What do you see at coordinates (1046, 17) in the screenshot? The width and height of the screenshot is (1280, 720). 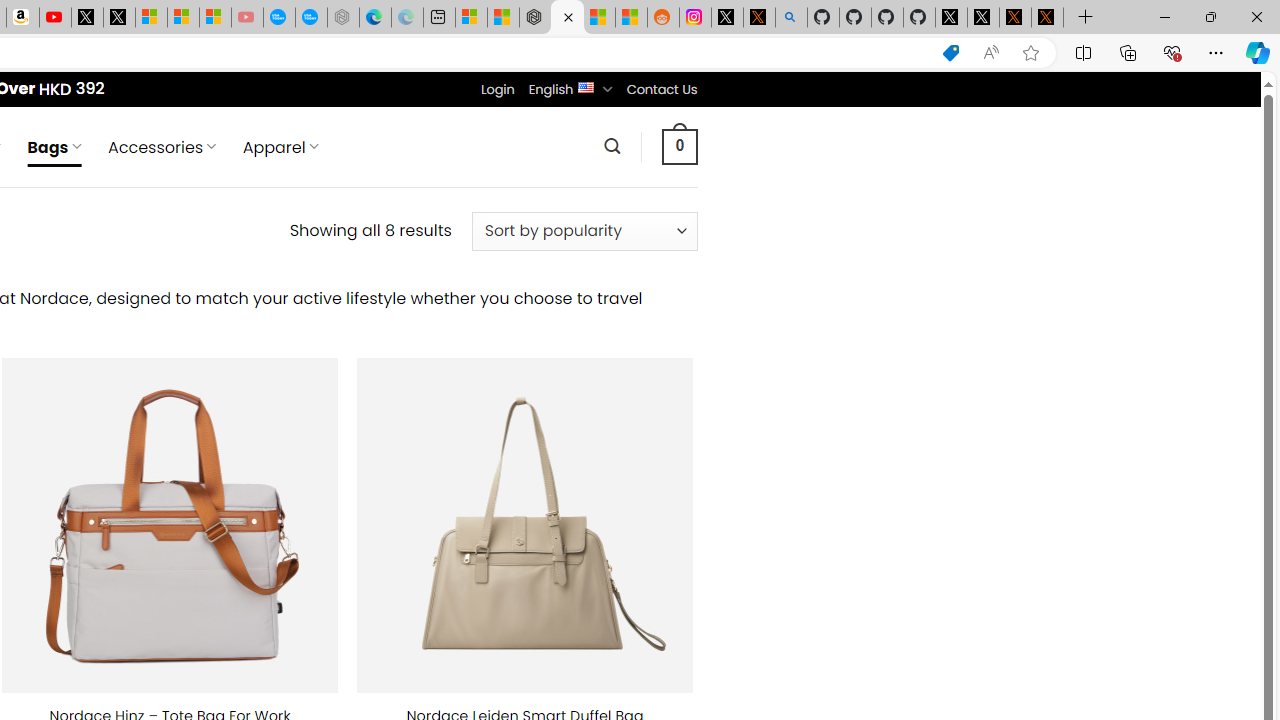 I see `'X Privacy Policy'` at bounding box center [1046, 17].